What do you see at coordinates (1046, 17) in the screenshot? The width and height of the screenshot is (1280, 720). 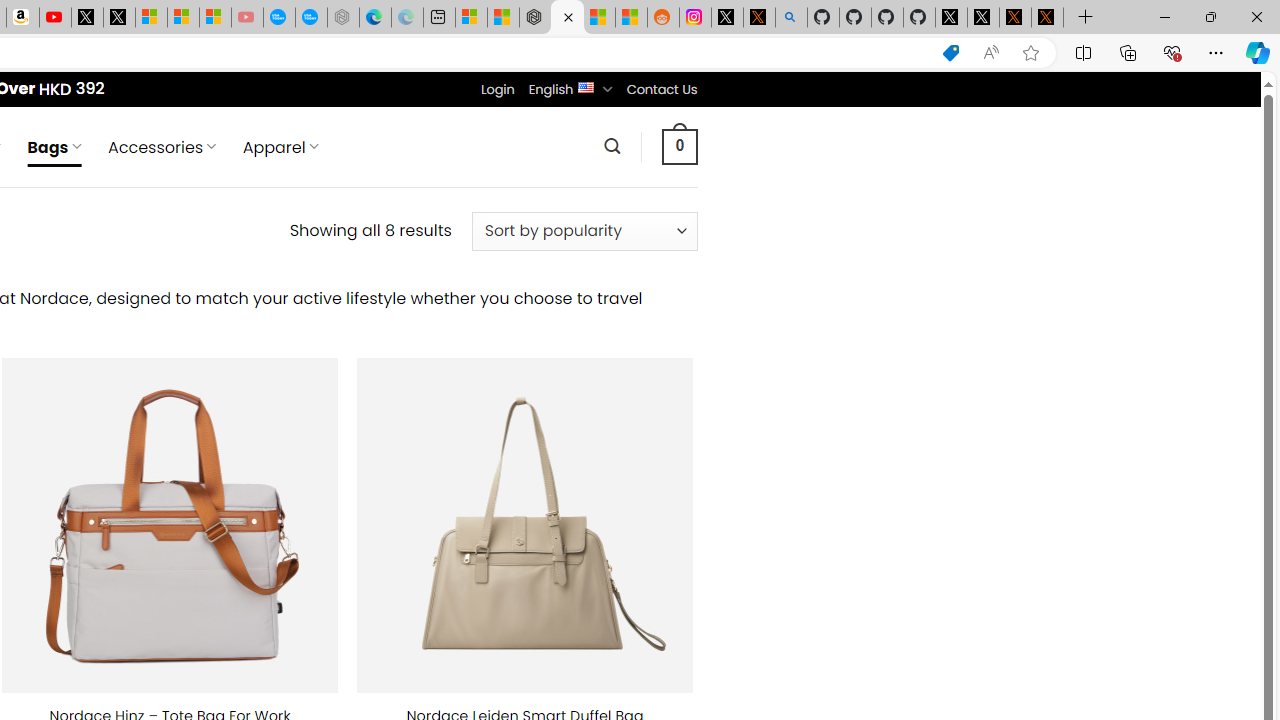 I see `'X Privacy Policy'` at bounding box center [1046, 17].